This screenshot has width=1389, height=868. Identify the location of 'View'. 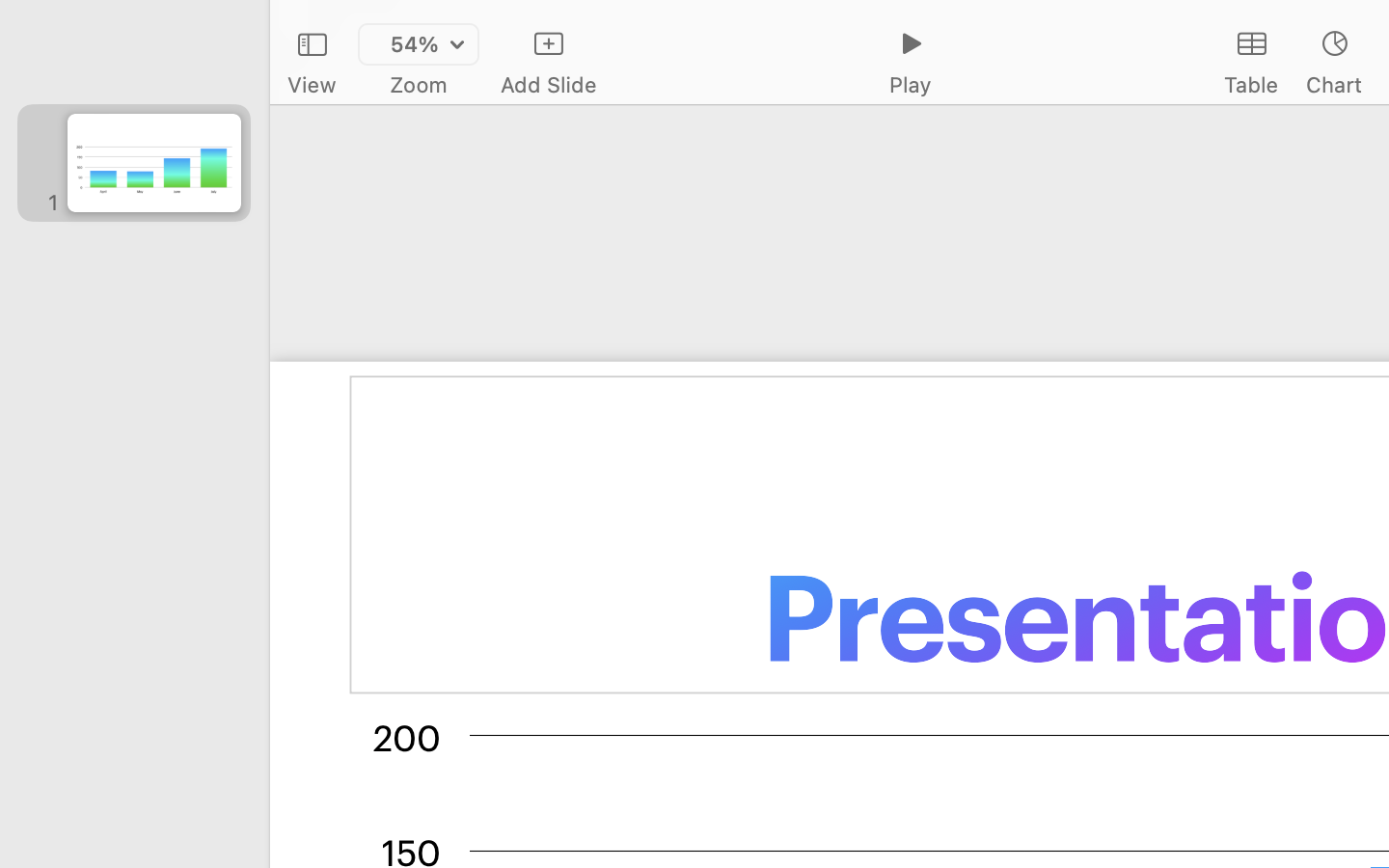
(311, 84).